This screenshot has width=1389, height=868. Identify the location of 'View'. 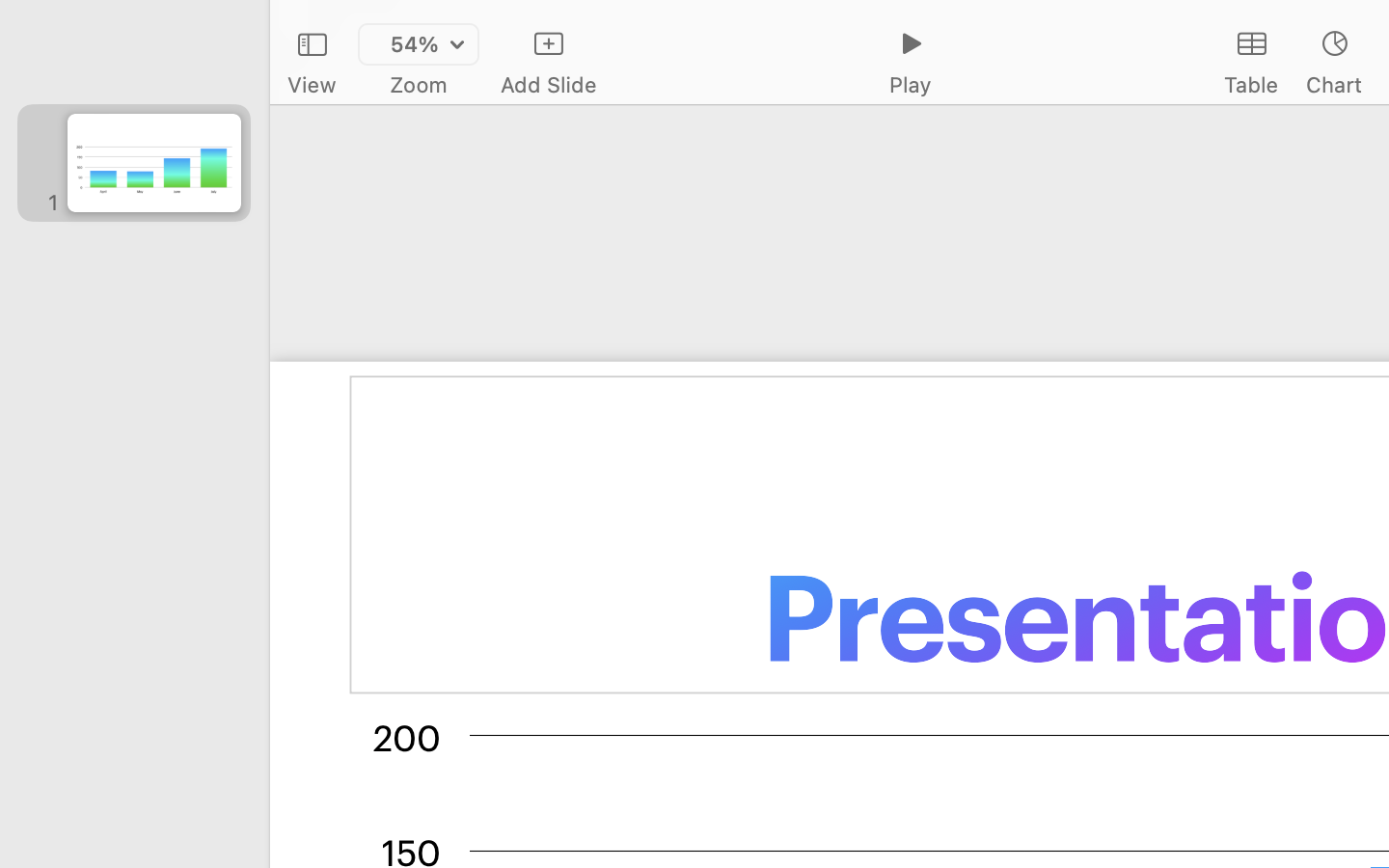
(311, 84).